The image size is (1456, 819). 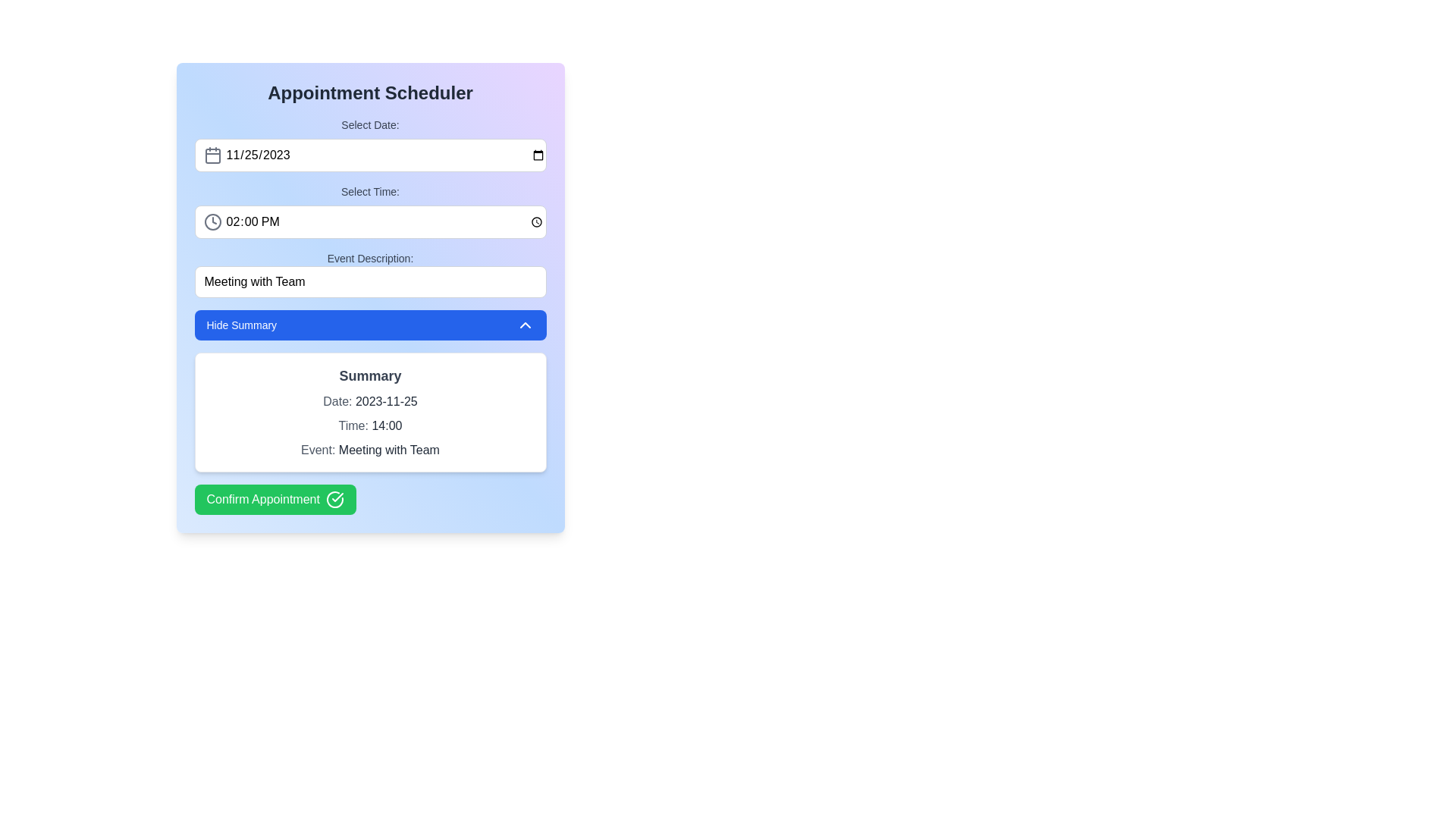 What do you see at coordinates (370, 211) in the screenshot?
I see `text label indicating the purpose of the subsequent input field for setting the desired time for an event or task, which is positioned between 'Select Date:' and 'Event Description:'` at bounding box center [370, 211].